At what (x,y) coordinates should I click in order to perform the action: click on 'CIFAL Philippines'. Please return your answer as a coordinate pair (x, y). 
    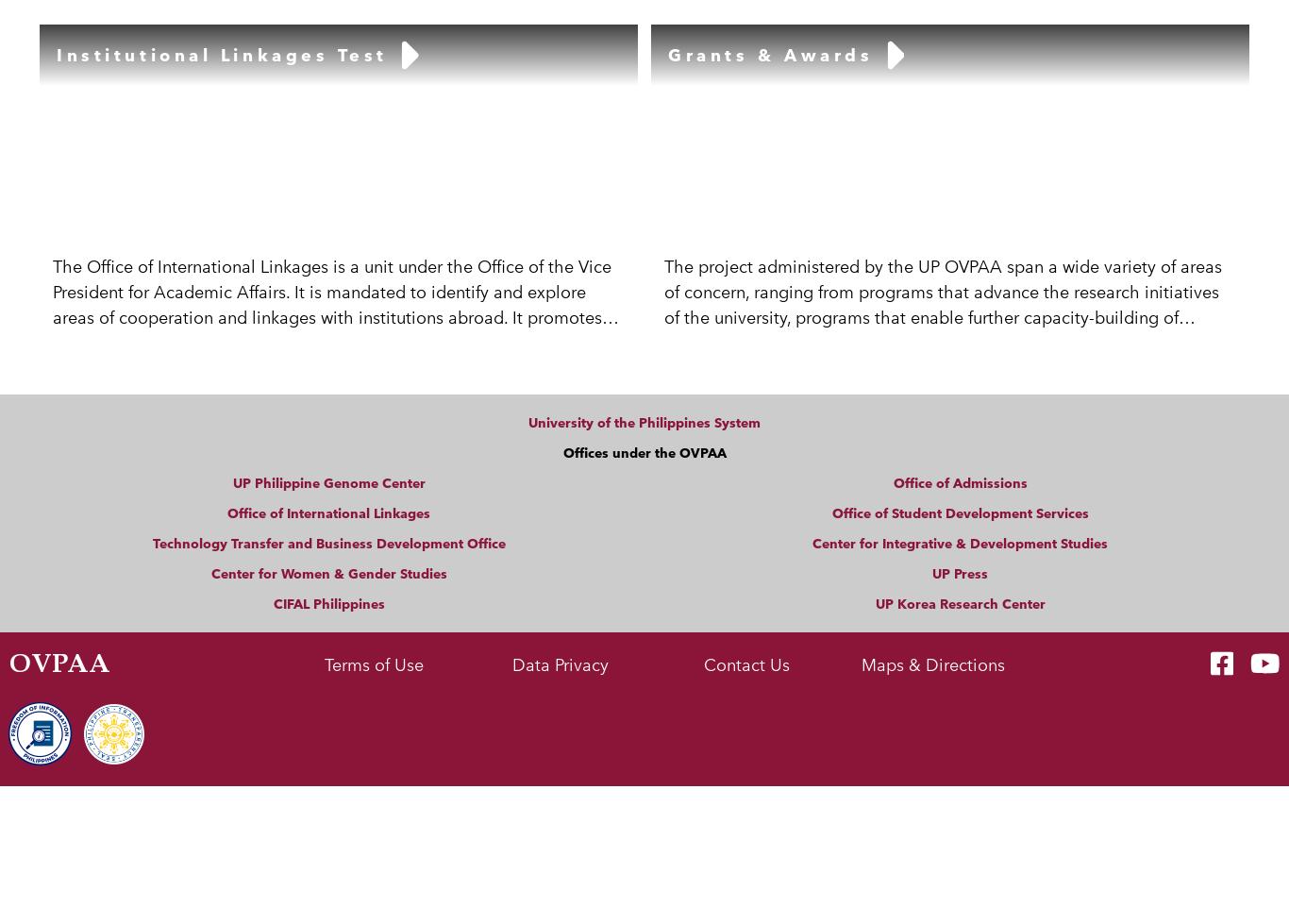
    Looking at the image, I should click on (273, 601).